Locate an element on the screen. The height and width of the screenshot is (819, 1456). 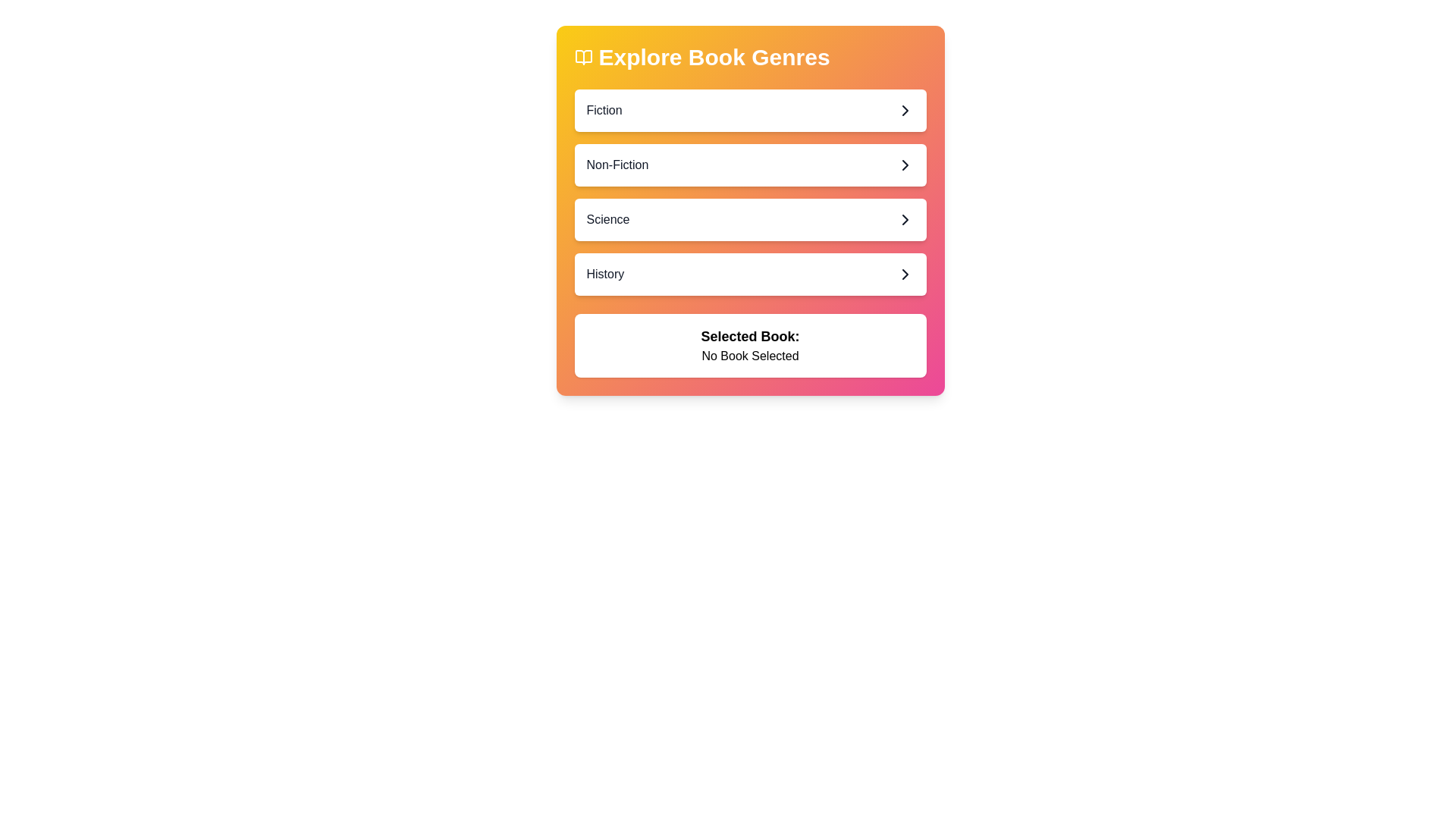
the second button-like list item in the 'Explore Book Genres' section is located at coordinates (750, 165).